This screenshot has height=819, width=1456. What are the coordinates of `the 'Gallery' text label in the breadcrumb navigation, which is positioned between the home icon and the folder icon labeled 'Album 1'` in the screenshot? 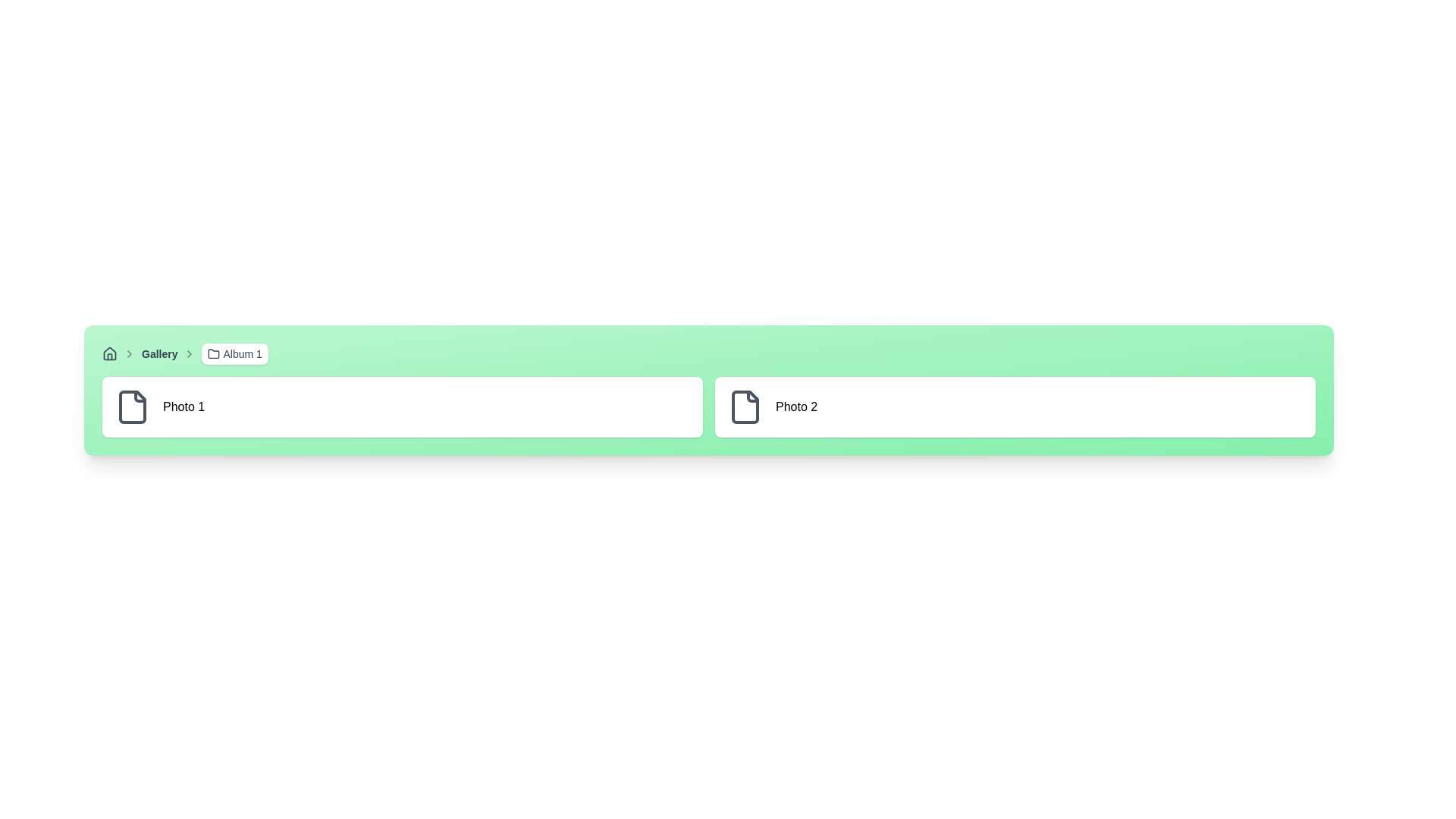 It's located at (159, 353).